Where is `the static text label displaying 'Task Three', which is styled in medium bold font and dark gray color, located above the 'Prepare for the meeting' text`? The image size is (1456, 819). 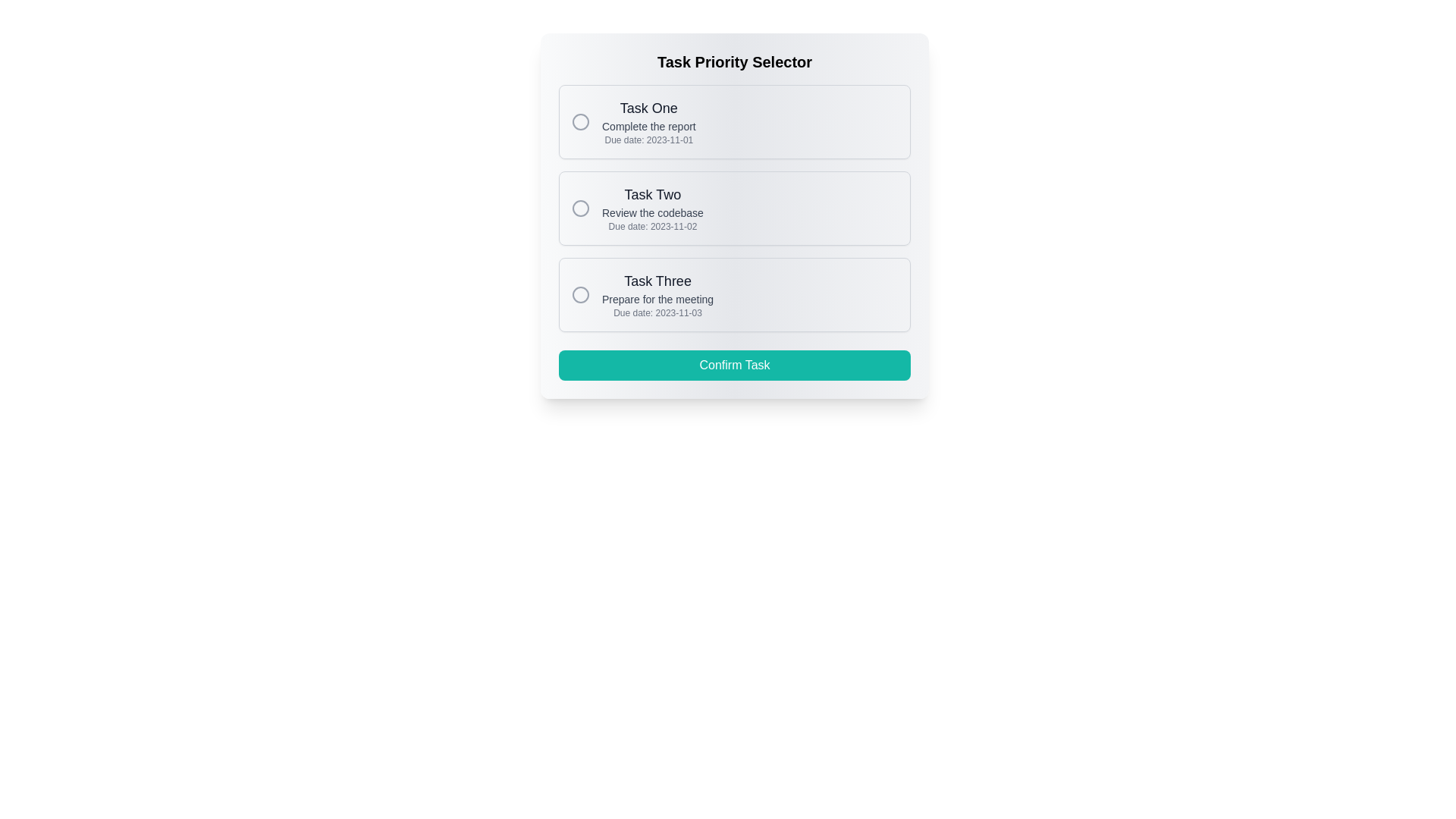 the static text label displaying 'Task Three', which is styled in medium bold font and dark gray color, located above the 'Prepare for the meeting' text is located at coordinates (657, 281).